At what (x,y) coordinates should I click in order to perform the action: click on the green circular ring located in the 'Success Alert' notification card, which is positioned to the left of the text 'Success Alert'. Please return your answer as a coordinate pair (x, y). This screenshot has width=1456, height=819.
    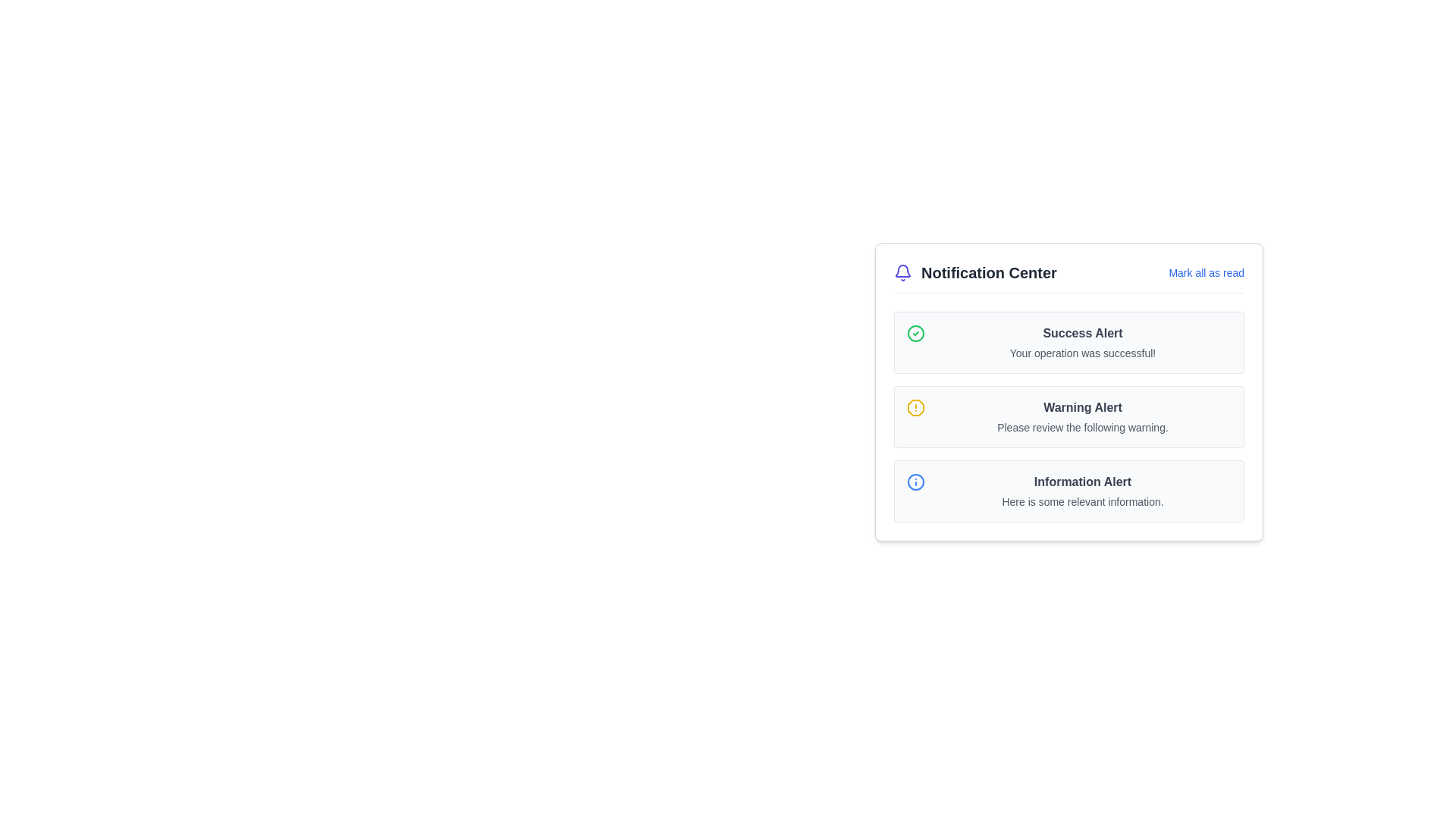
    Looking at the image, I should click on (915, 332).